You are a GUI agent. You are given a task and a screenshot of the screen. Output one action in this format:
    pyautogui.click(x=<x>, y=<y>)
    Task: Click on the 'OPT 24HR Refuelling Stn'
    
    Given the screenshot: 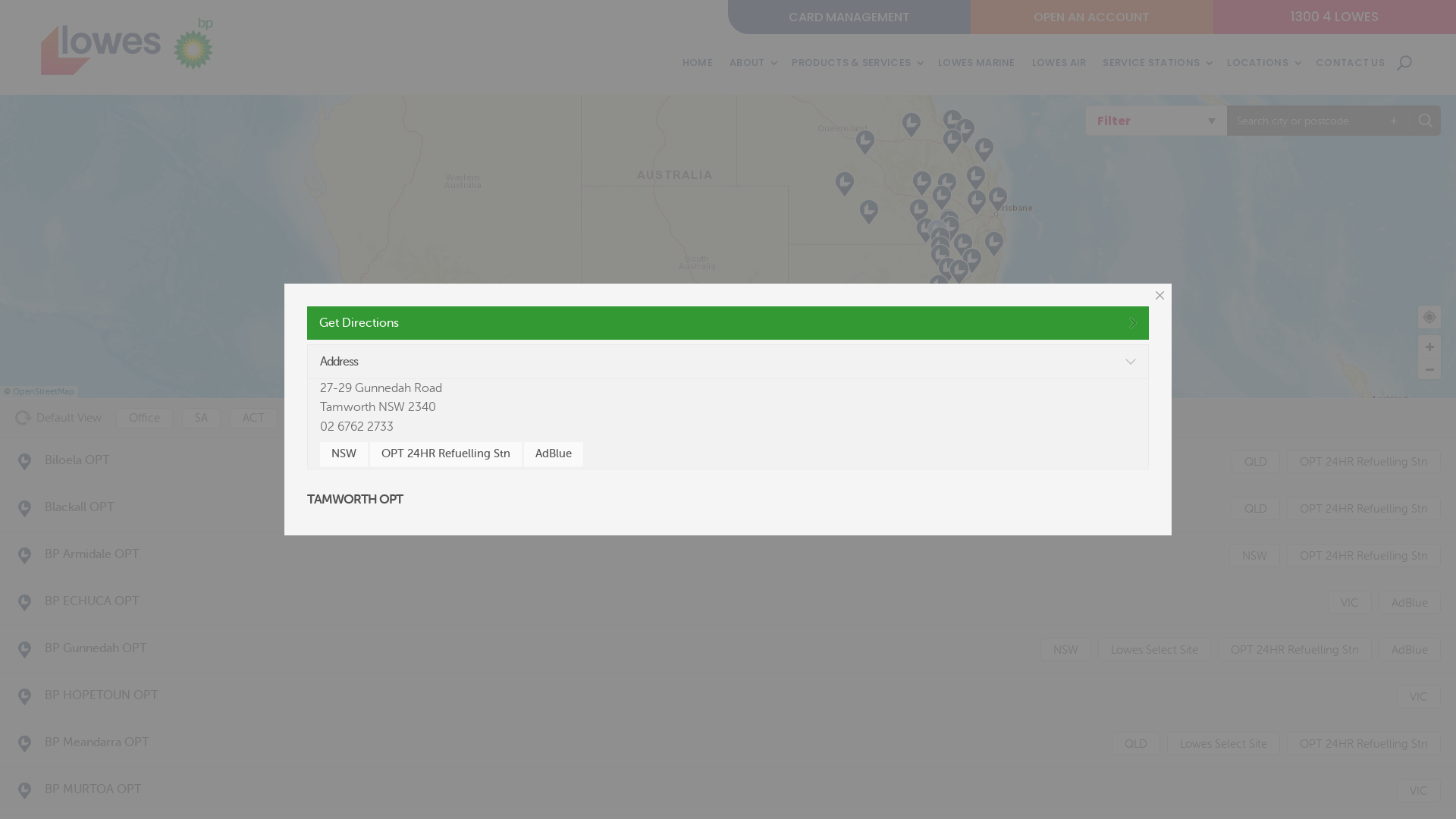 What is the action you would take?
    pyautogui.click(x=445, y=453)
    